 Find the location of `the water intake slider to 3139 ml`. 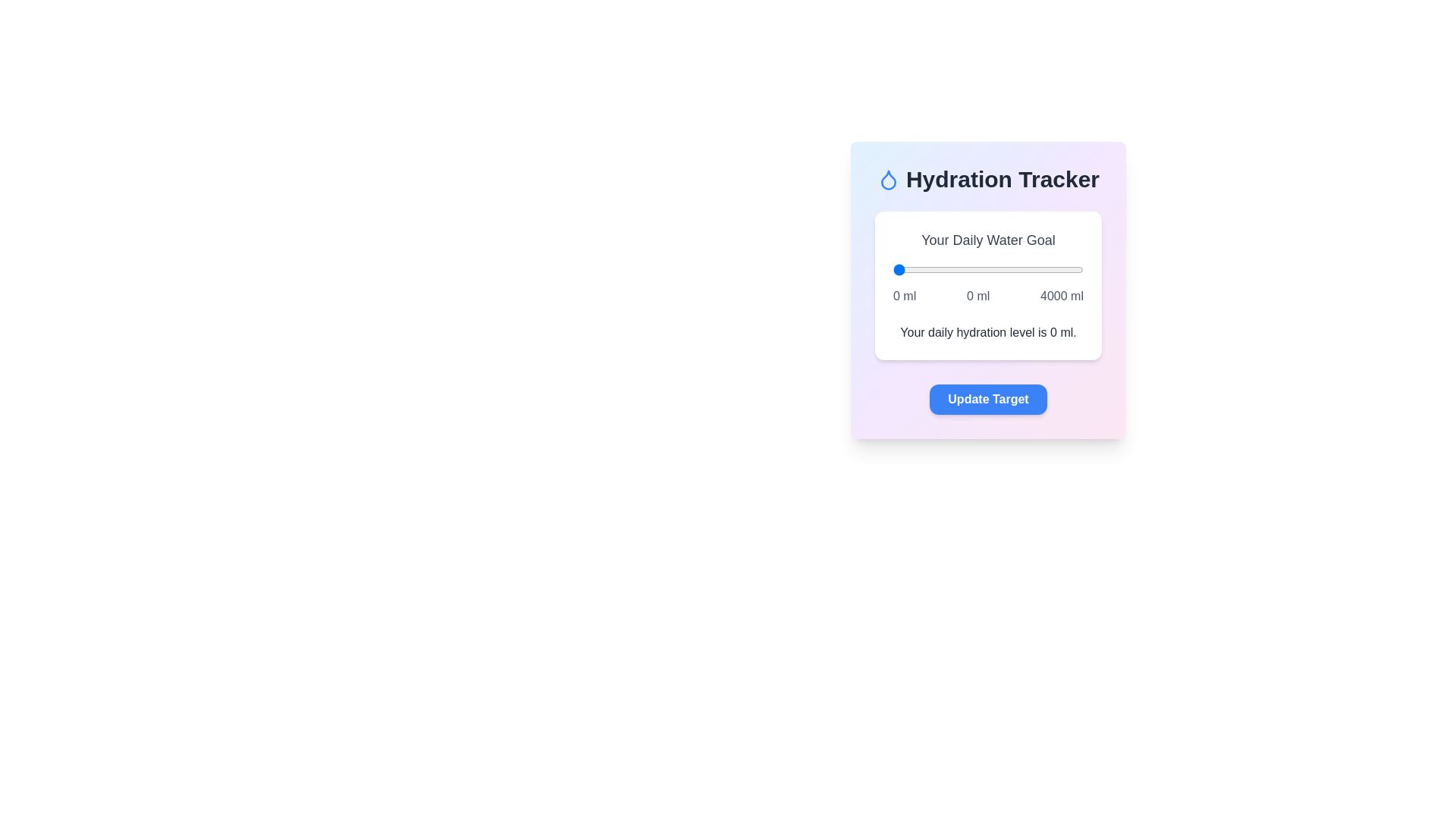

the water intake slider to 3139 ml is located at coordinates (1041, 268).